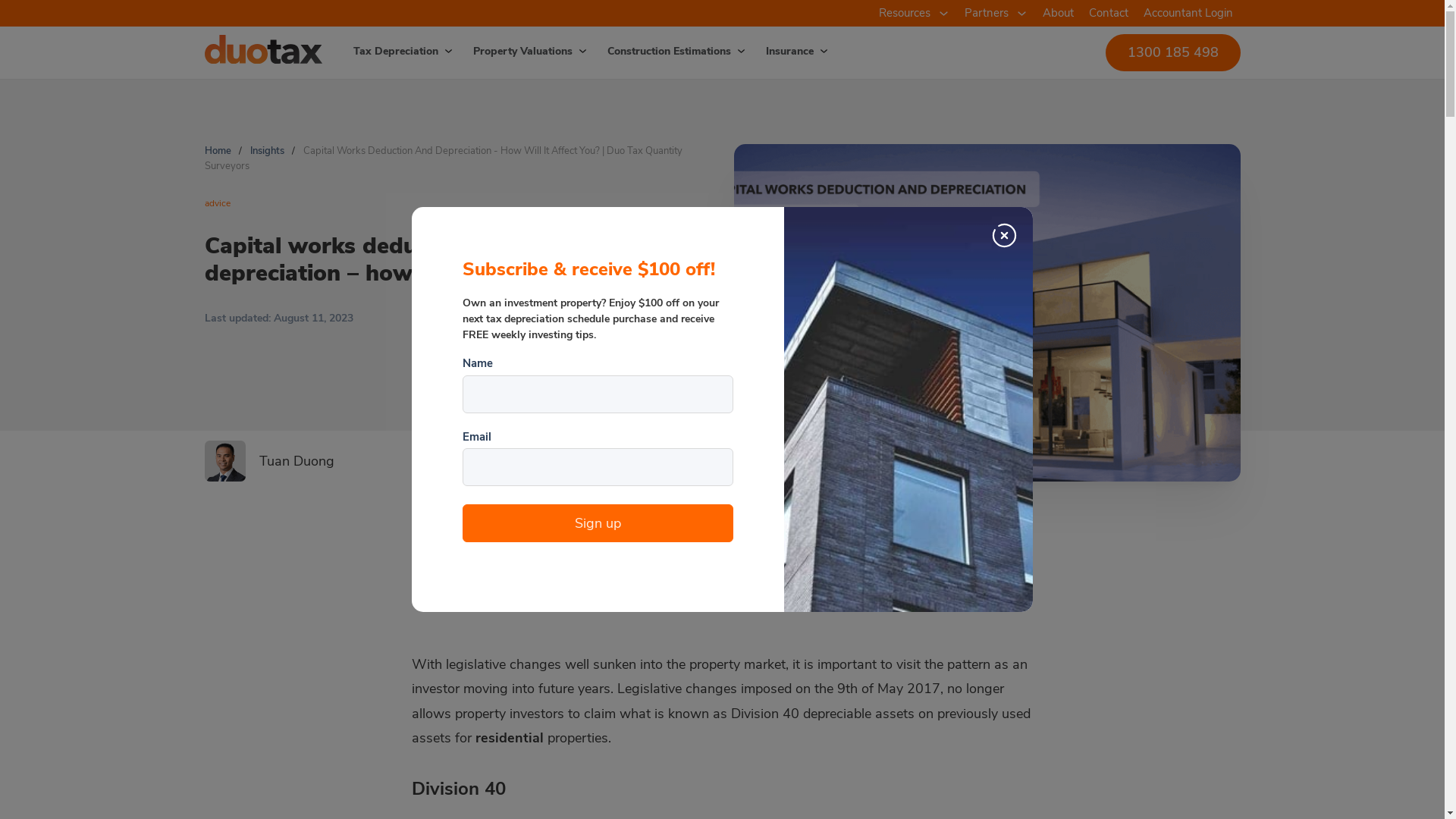  Describe the element at coordinates (267, 151) in the screenshot. I see `'Insights'` at that location.